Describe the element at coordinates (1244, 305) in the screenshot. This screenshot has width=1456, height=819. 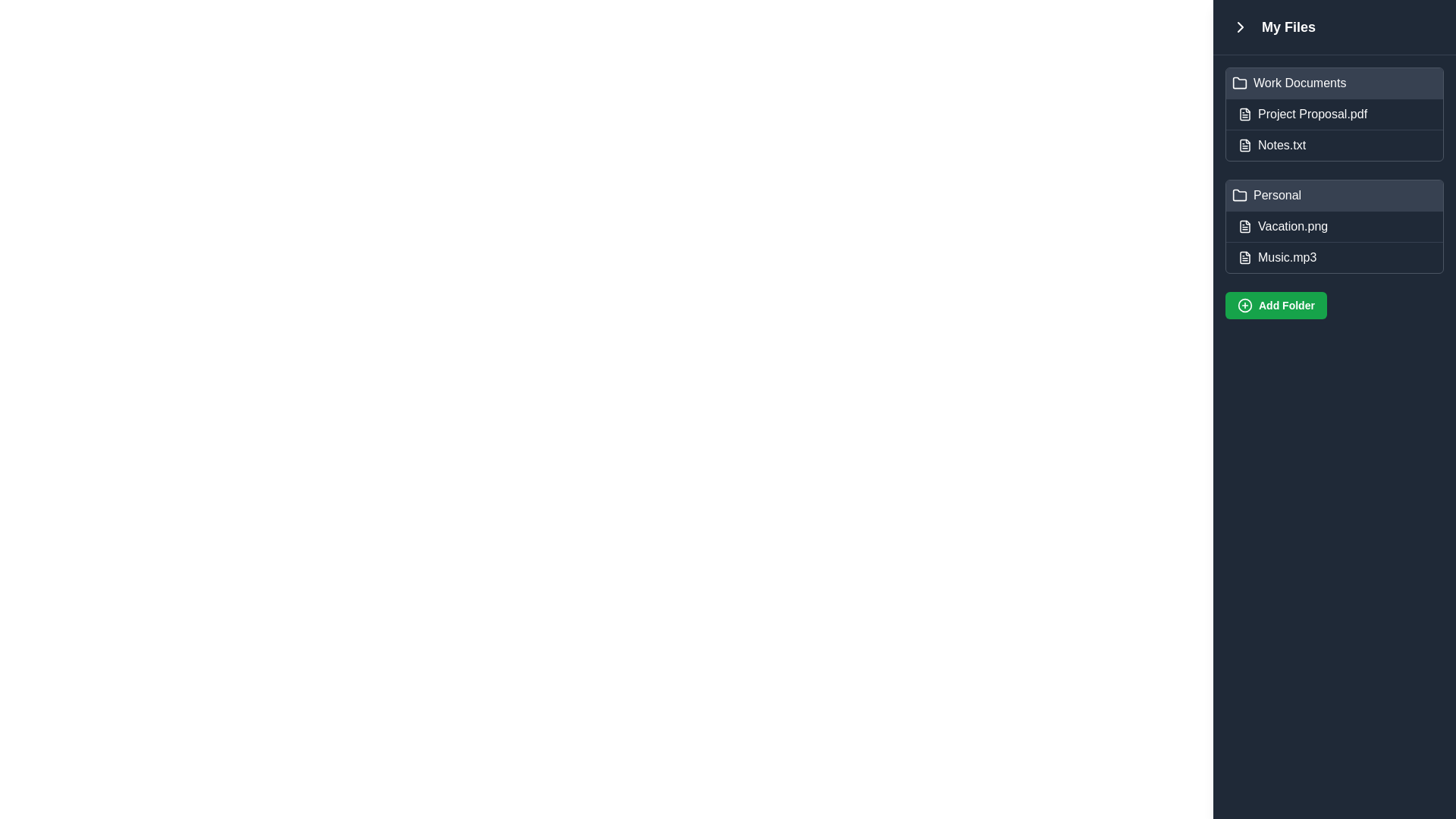
I see `the 'Add Folder' button which contains the circular SVG graphic with a 20-pixel diameter, located at the bottom of the file panel on the right side of the application interface` at that location.